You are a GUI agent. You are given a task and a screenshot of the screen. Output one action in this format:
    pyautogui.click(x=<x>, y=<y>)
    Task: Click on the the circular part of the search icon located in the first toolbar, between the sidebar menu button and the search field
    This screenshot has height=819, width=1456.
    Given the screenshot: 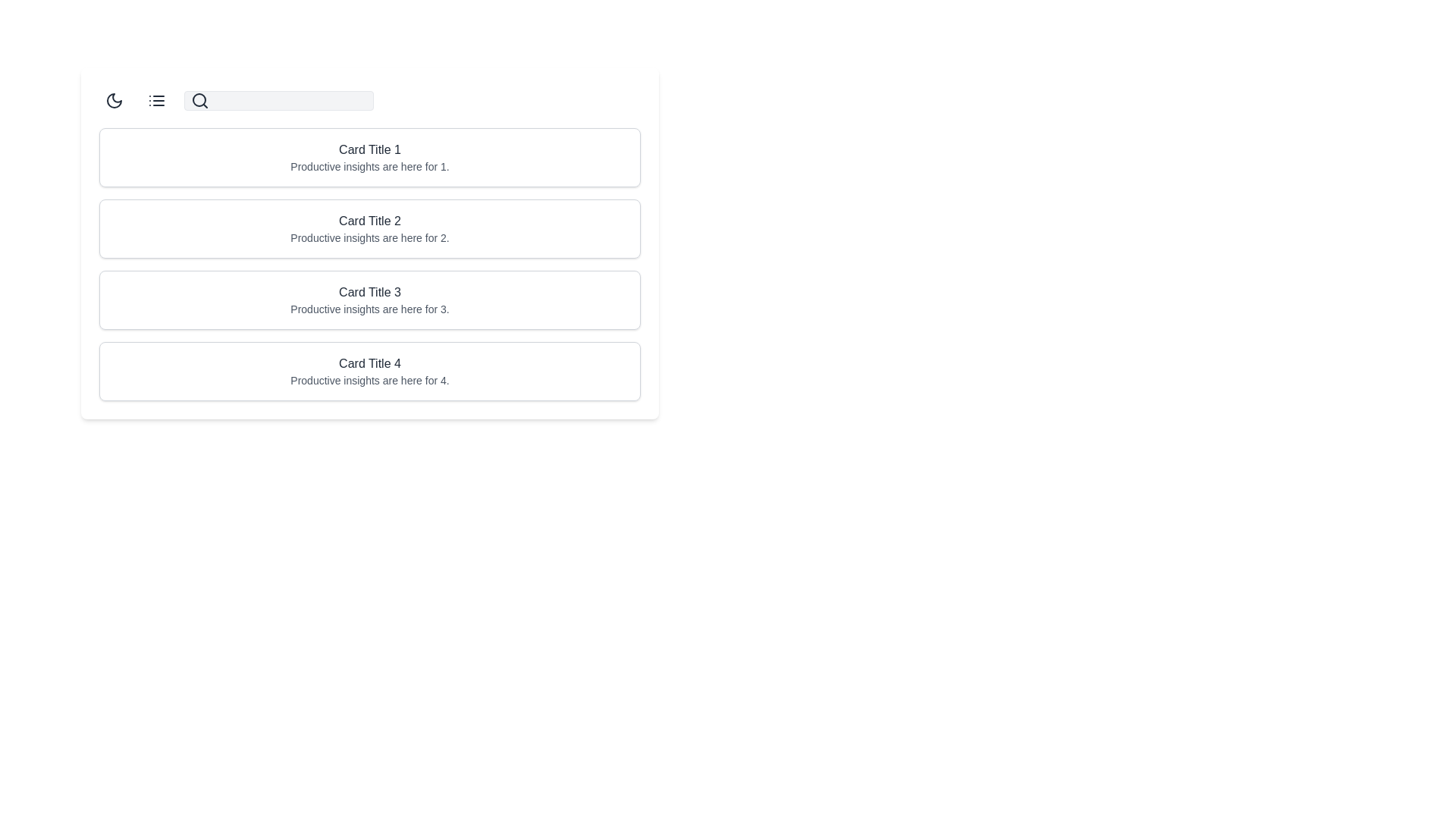 What is the action you would take?
    pyautogui.click(x=199, y=99)
    